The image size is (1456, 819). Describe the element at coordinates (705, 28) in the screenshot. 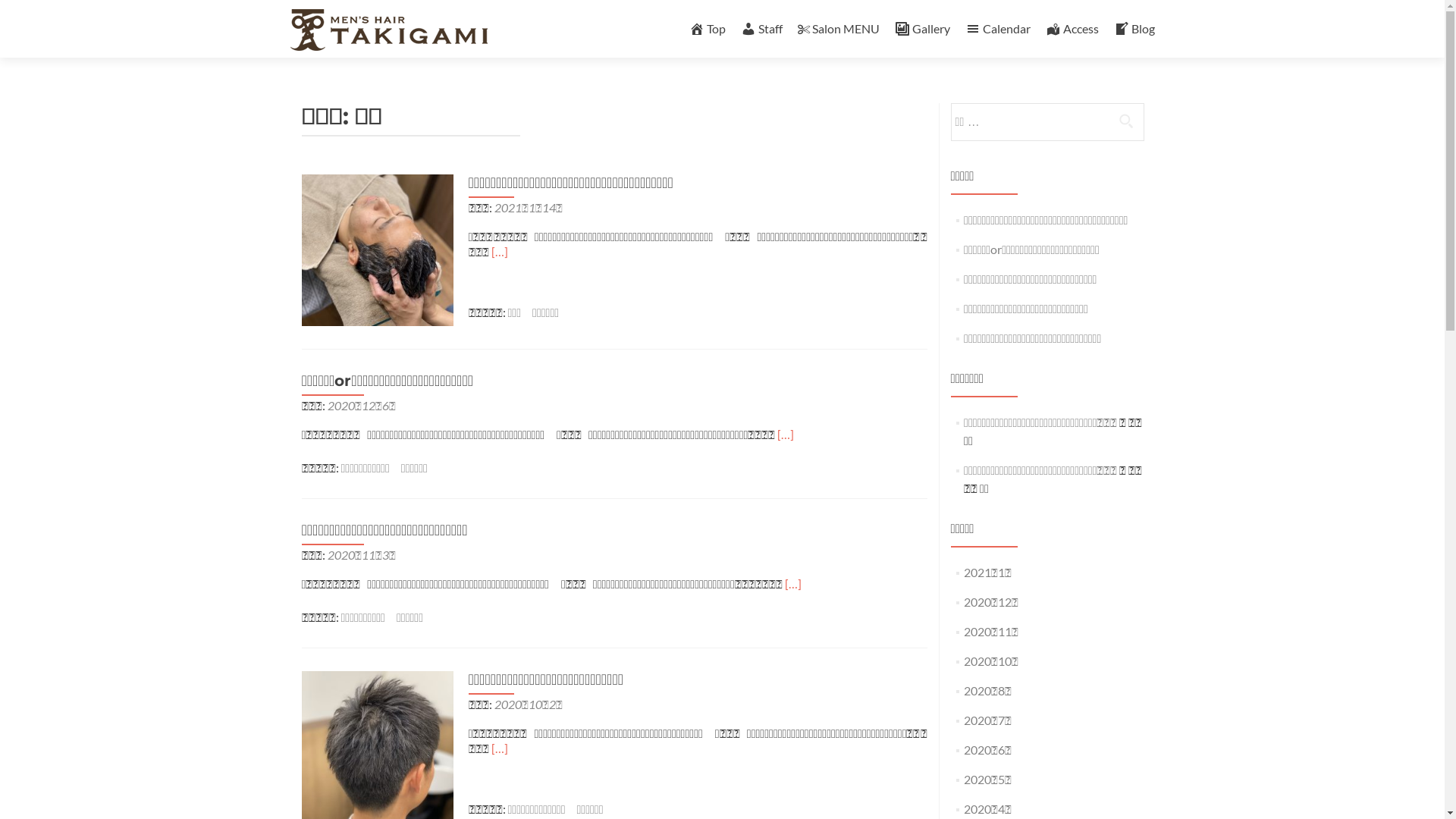

I see `'Top'` at that location.